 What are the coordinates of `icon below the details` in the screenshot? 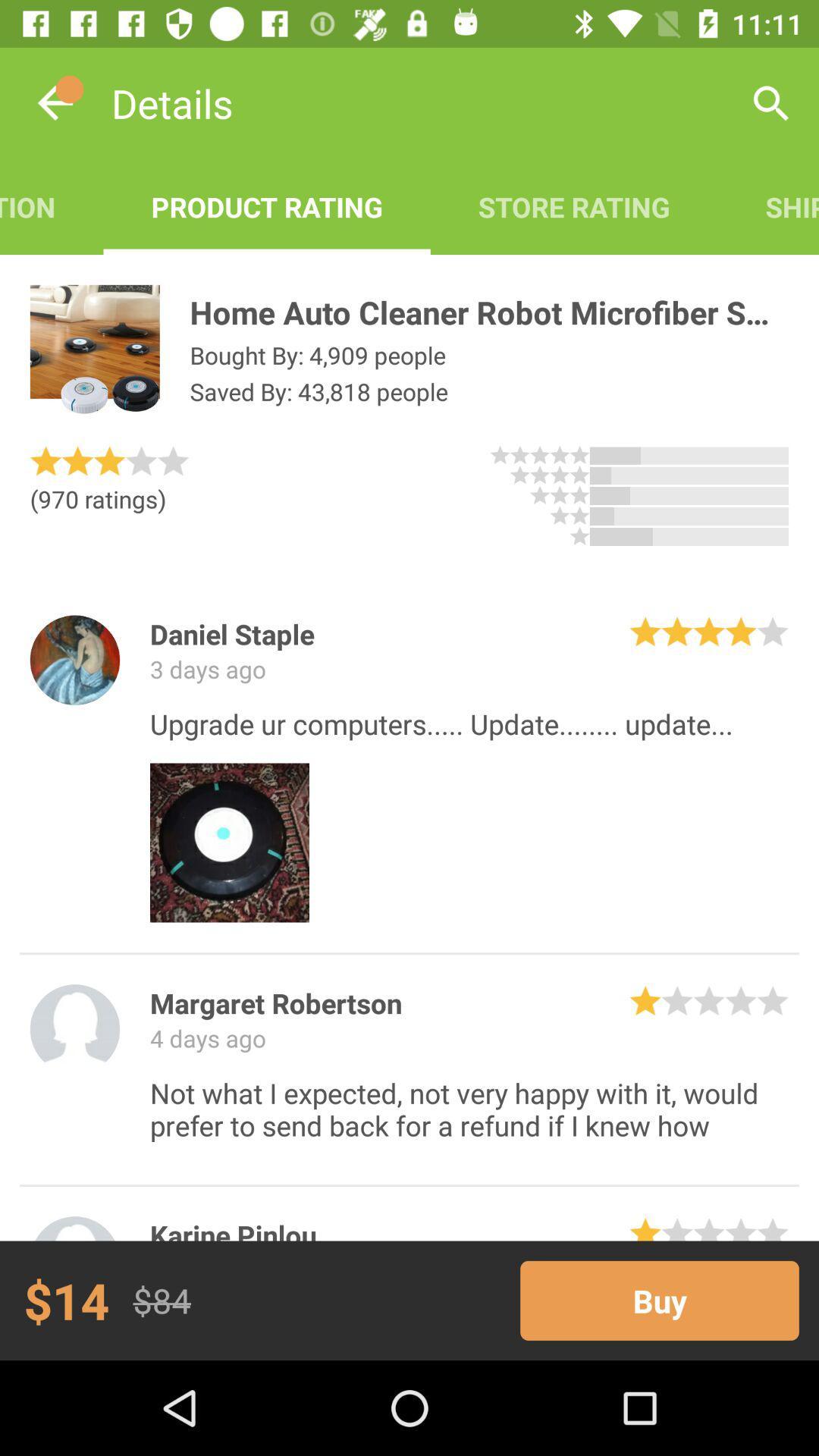 It's located at (51, 206).